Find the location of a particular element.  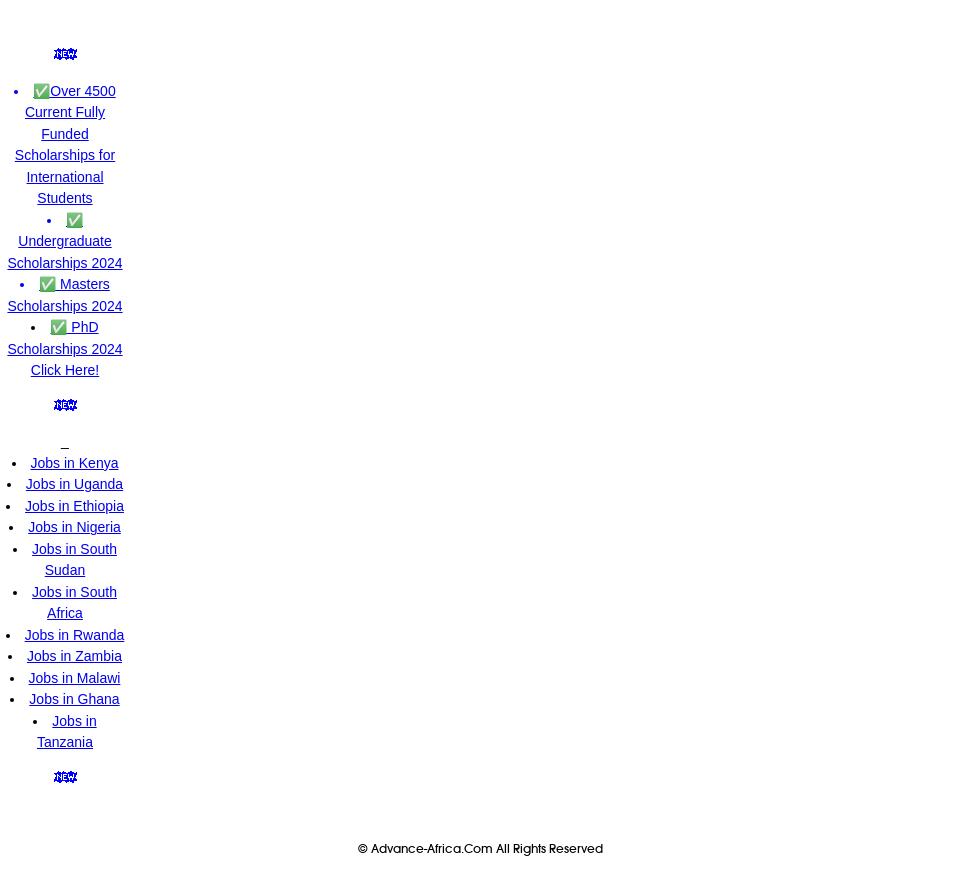

'Jobs in Nigeria' is located at coordinates (27, 527).